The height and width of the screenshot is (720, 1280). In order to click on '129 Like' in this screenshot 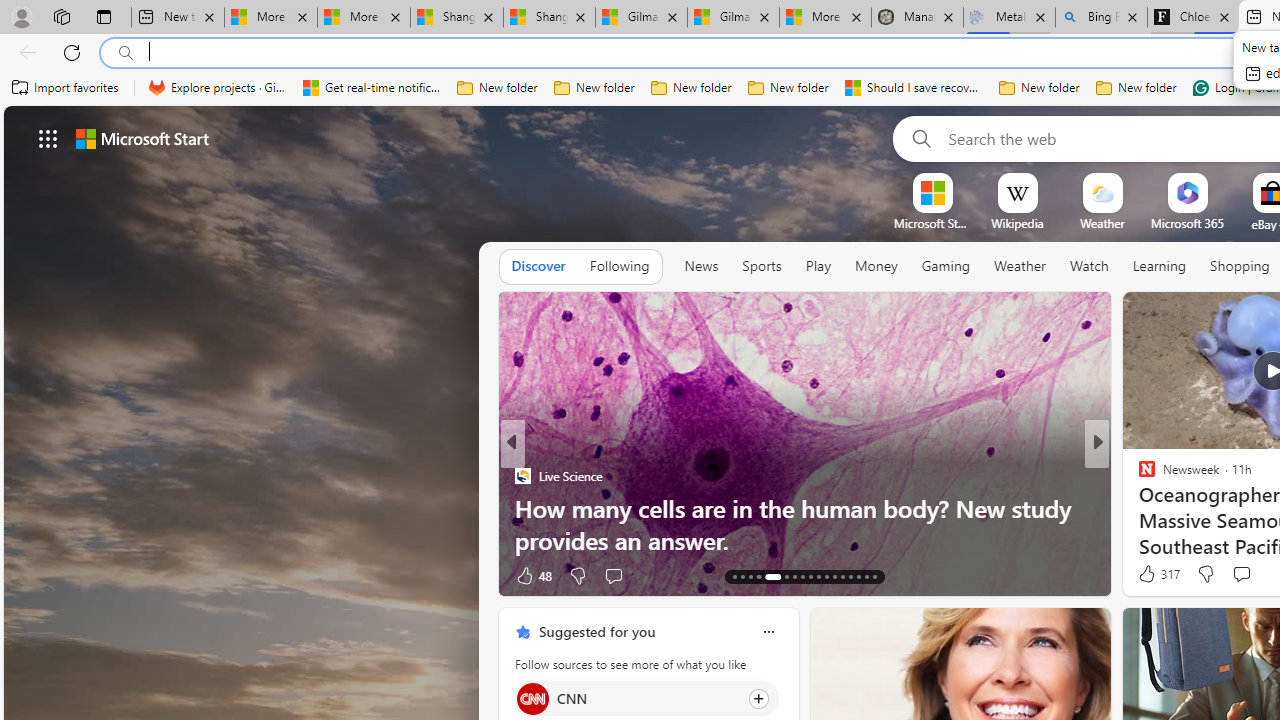, I will do `click(1152, 575)`.